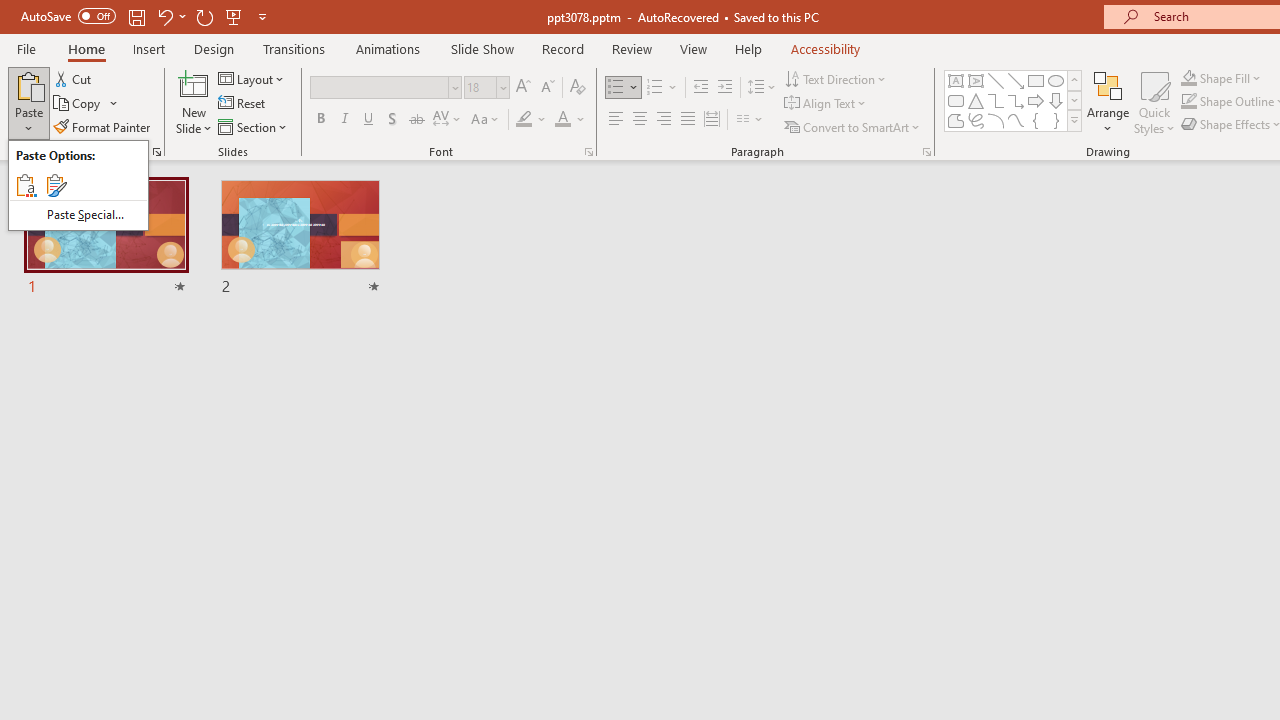  Describe the element at coordinates (74, 78) in the screenshot. I see `'Cut'` at that location.